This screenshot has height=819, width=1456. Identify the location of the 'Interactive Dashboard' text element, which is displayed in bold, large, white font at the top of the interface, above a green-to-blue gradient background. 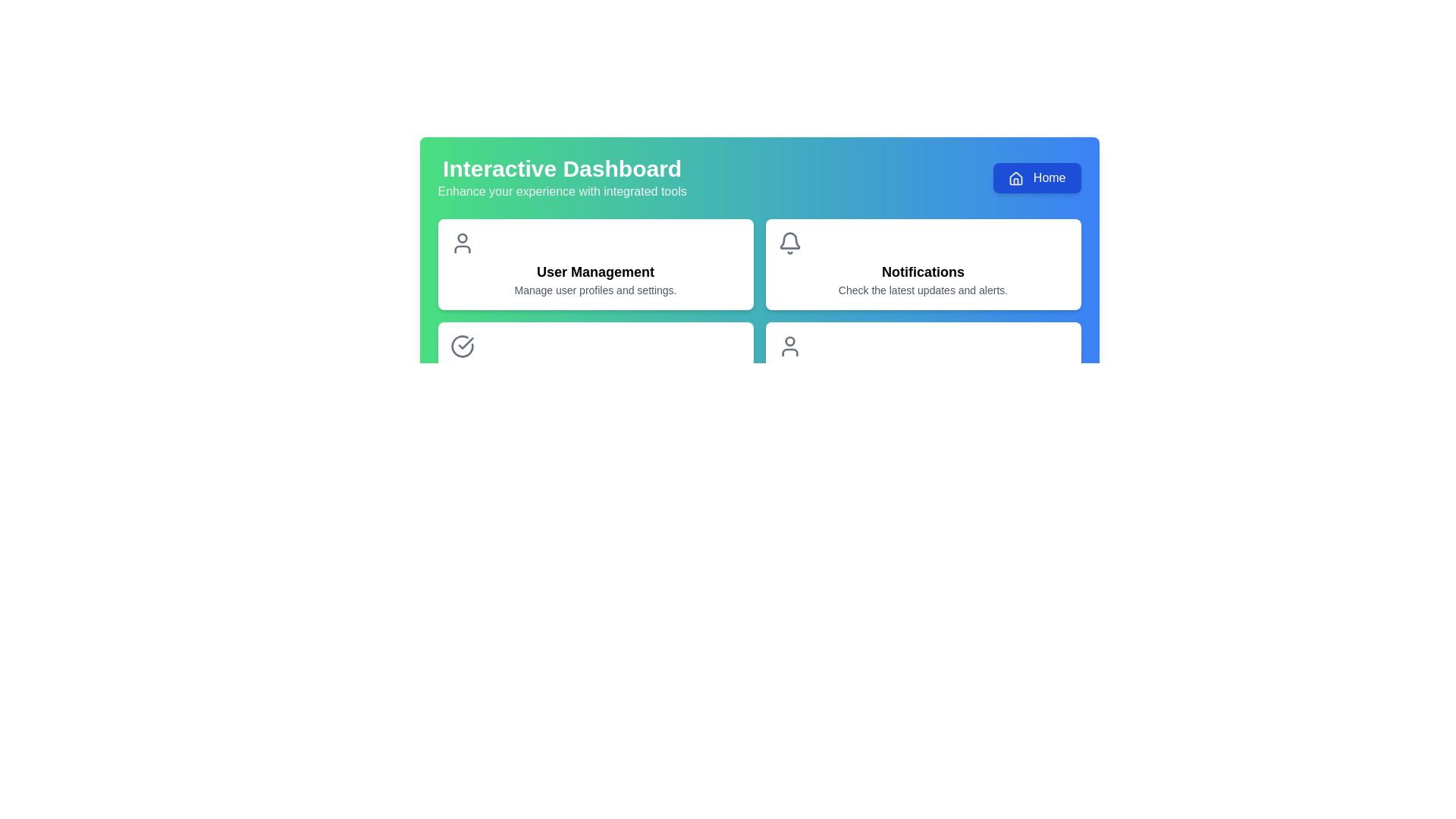
(561, 169).